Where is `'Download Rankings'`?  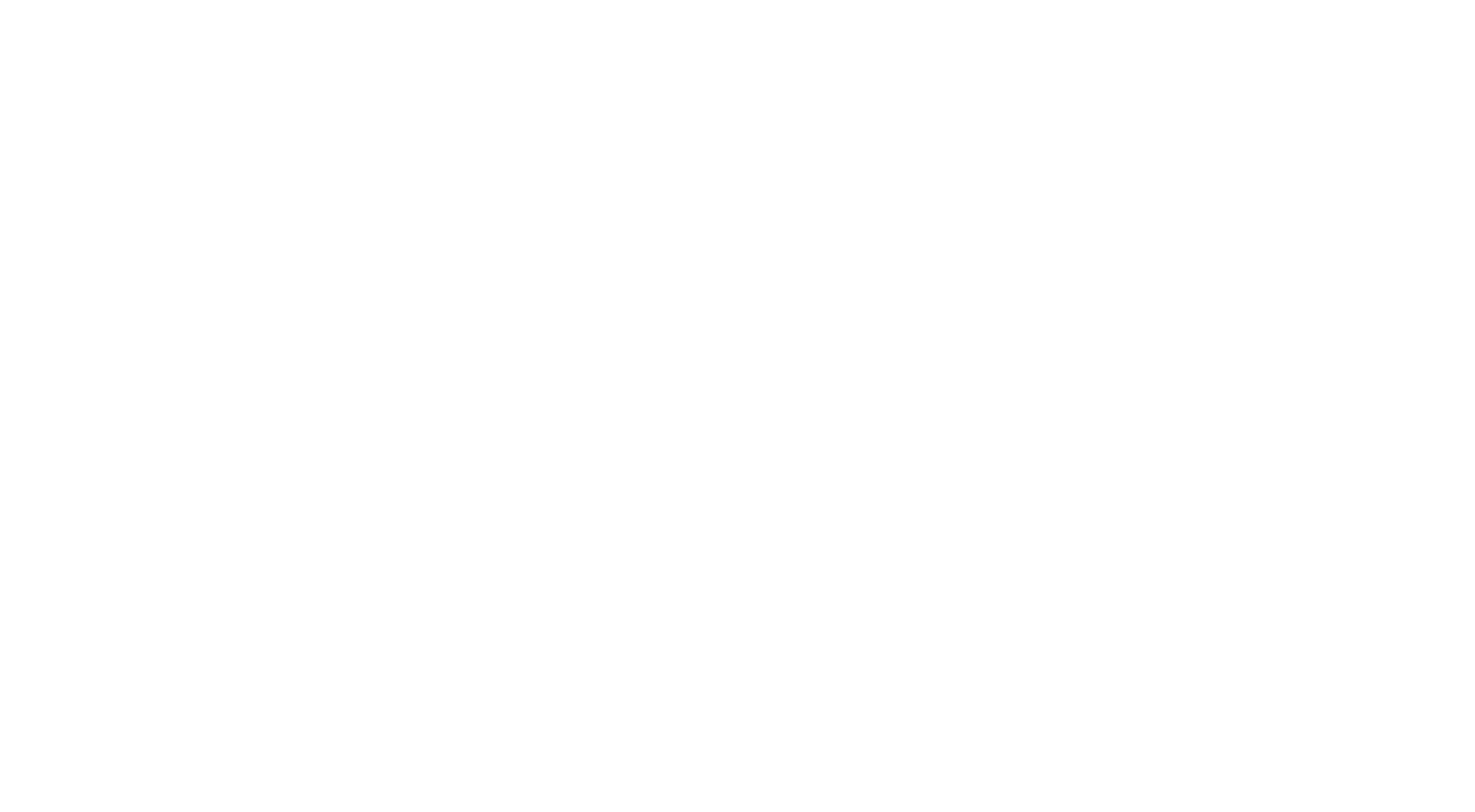
'Download Rankings' is located at coordinates (844, 801).